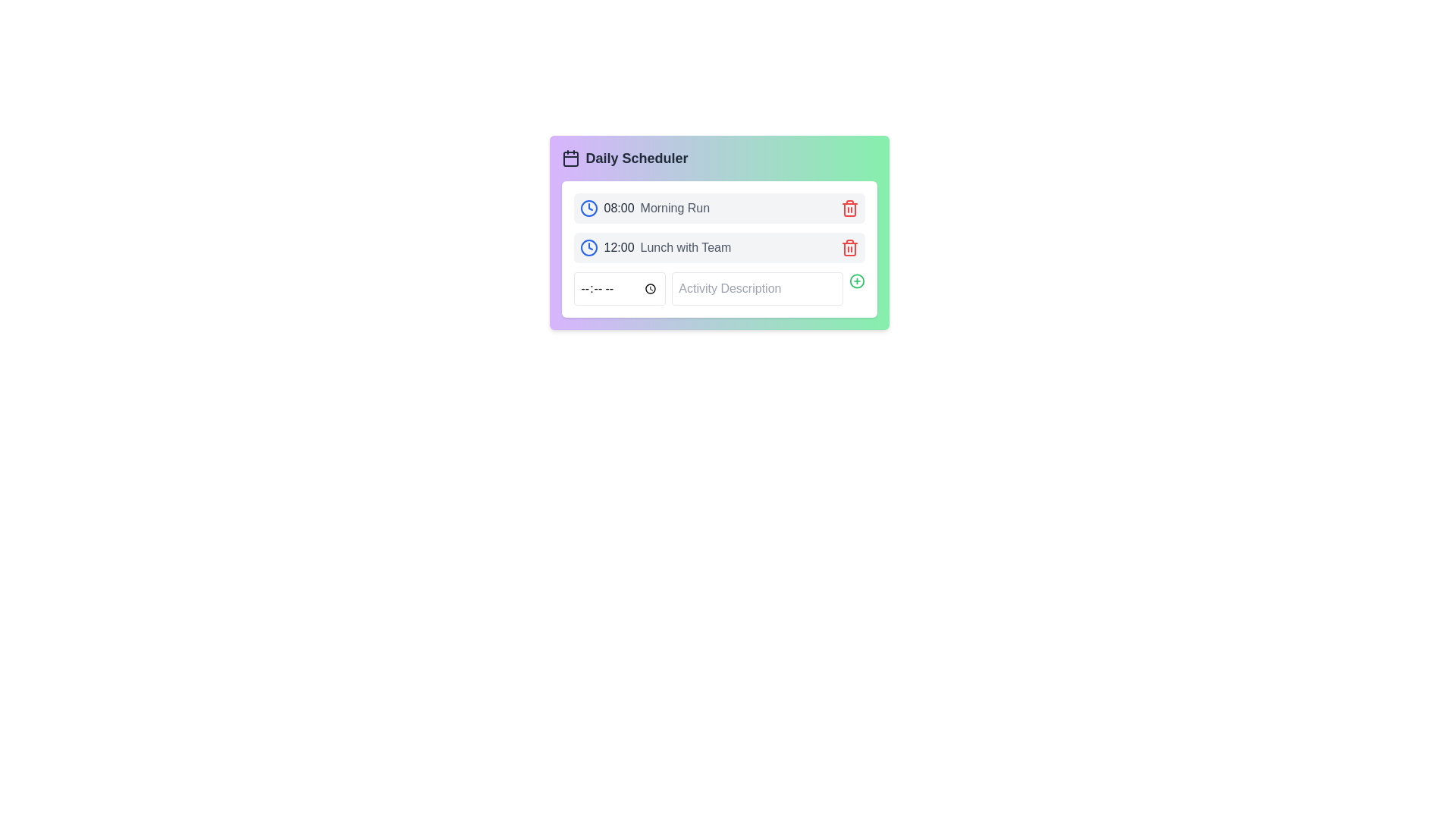 The image size is (1456, 819). Describe the element at coordinates (588, 208) in the screenshot. I see `the decorative SVG element representing the circular outer border of the clock icon located in the 'Daily Scheduler' card, which is to the left of the text '12:00 Lunch with Team'` at that location.